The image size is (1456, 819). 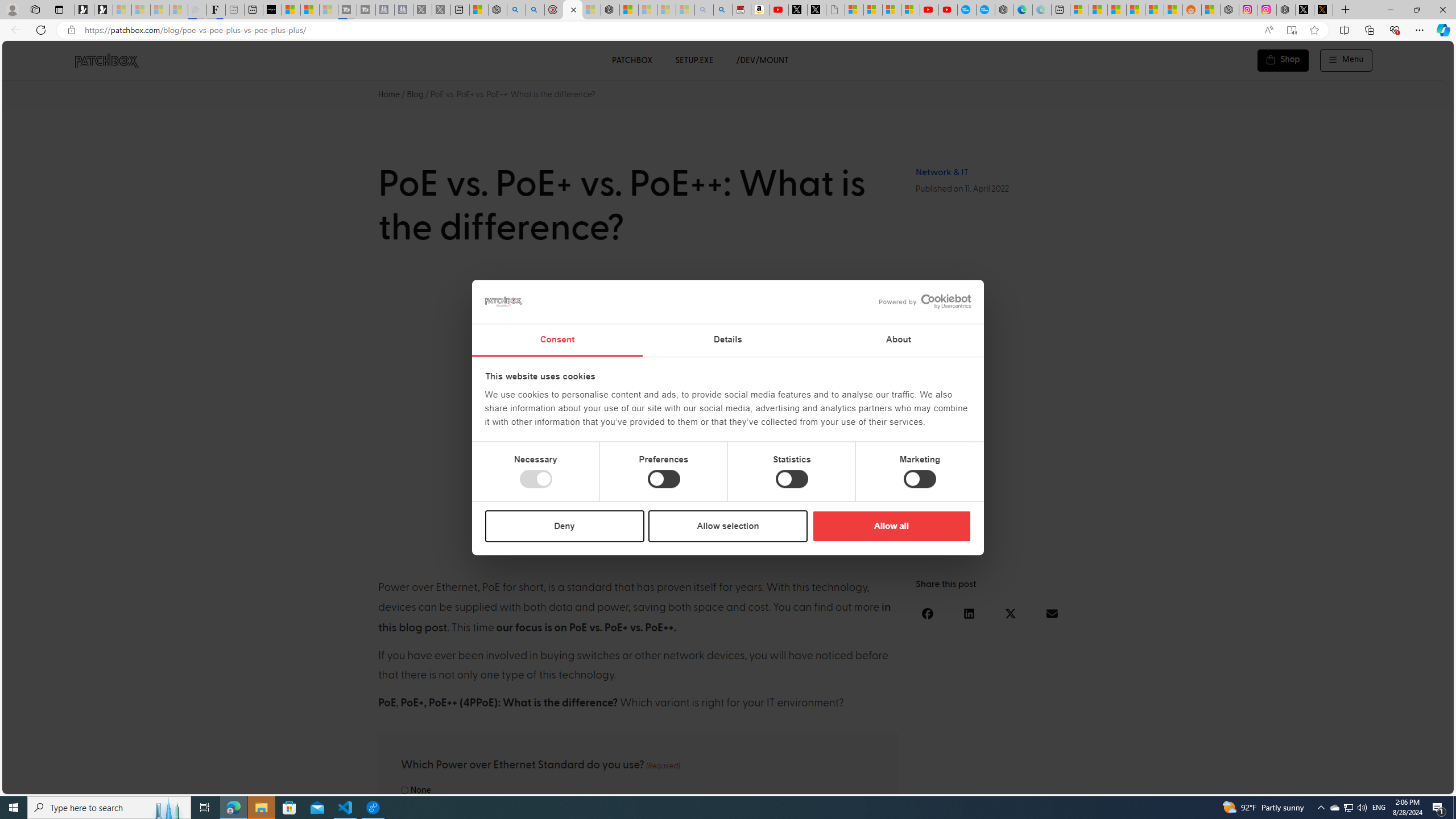 What do you see at coordinates (631, 60) in the screenshot?
I see `'PATCHBOX'` at bounding box center [631, 60].